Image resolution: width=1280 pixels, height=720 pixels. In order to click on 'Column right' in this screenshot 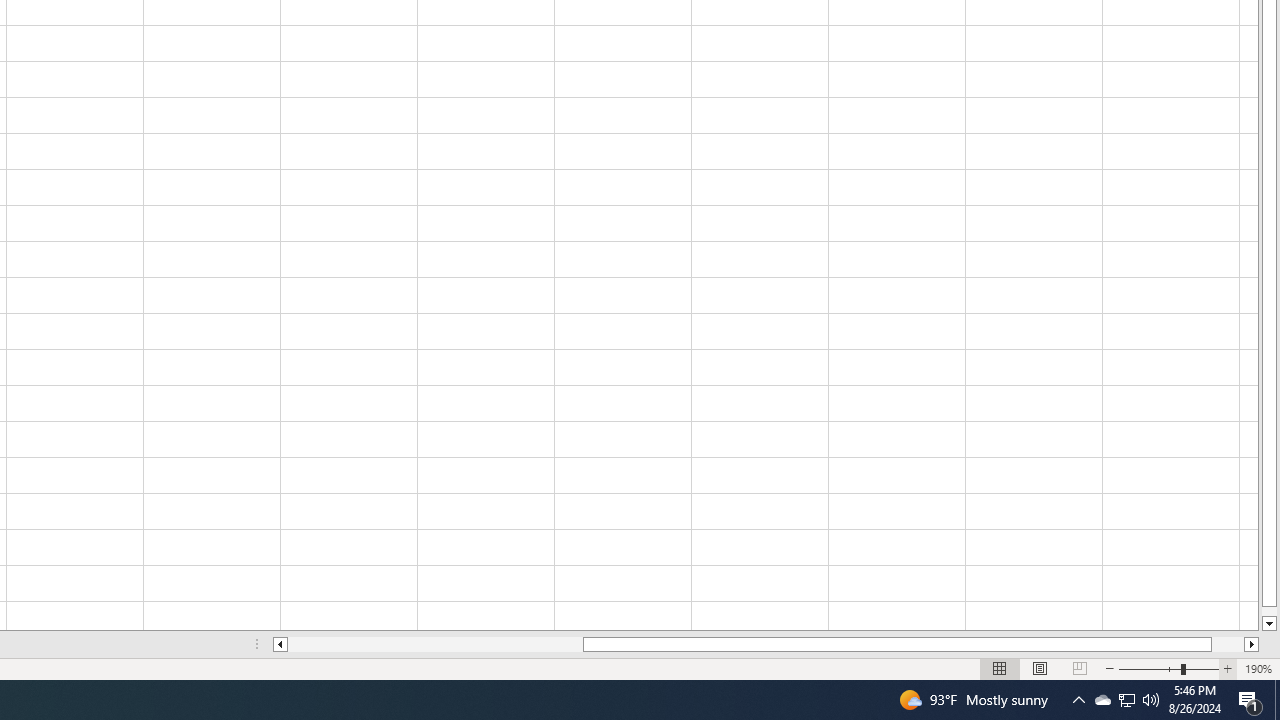, I will do `click(1251, 644)`.